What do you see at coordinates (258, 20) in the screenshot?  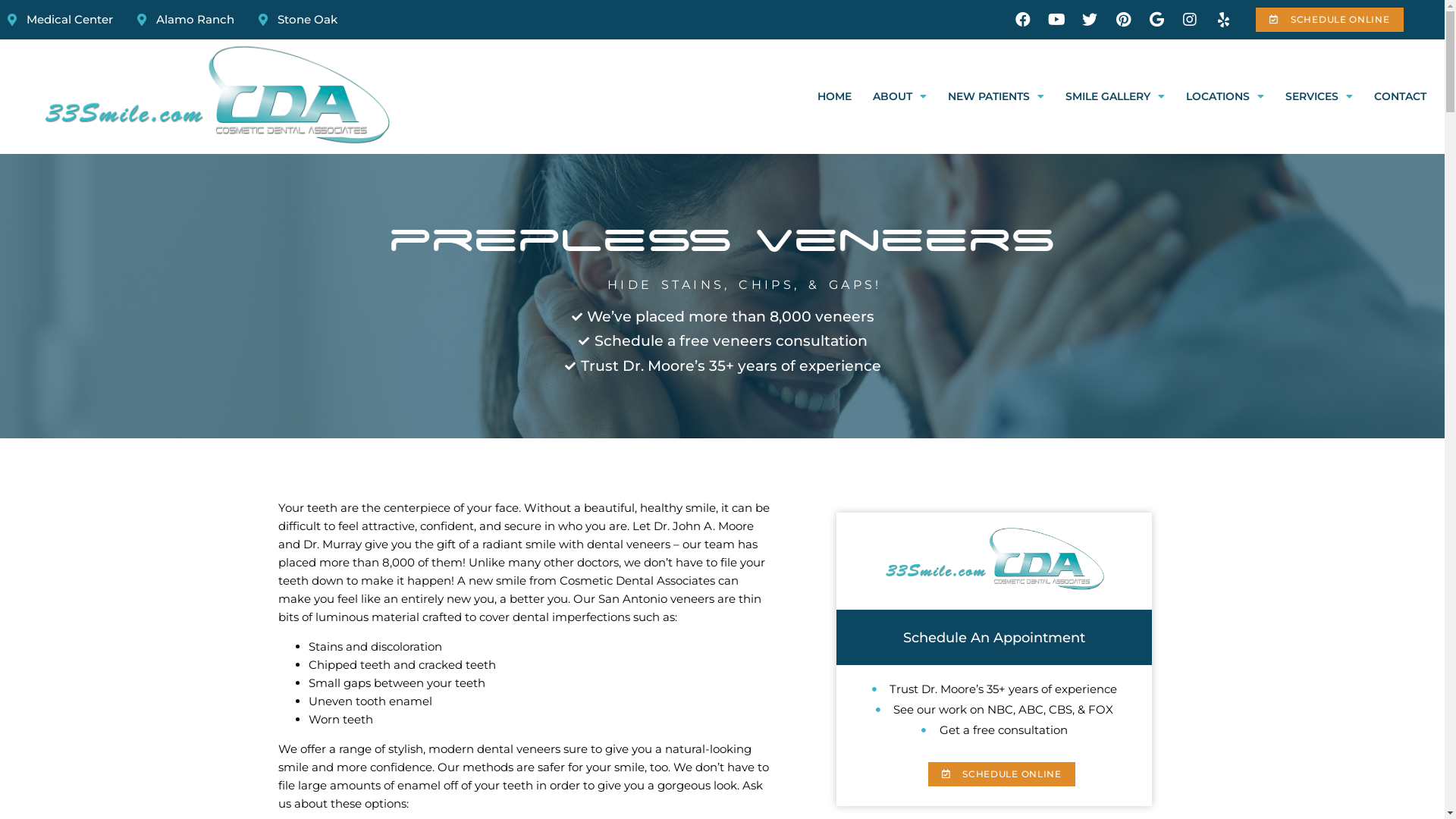 I see `'Stone Oak'` at bounding box center [258, 20].